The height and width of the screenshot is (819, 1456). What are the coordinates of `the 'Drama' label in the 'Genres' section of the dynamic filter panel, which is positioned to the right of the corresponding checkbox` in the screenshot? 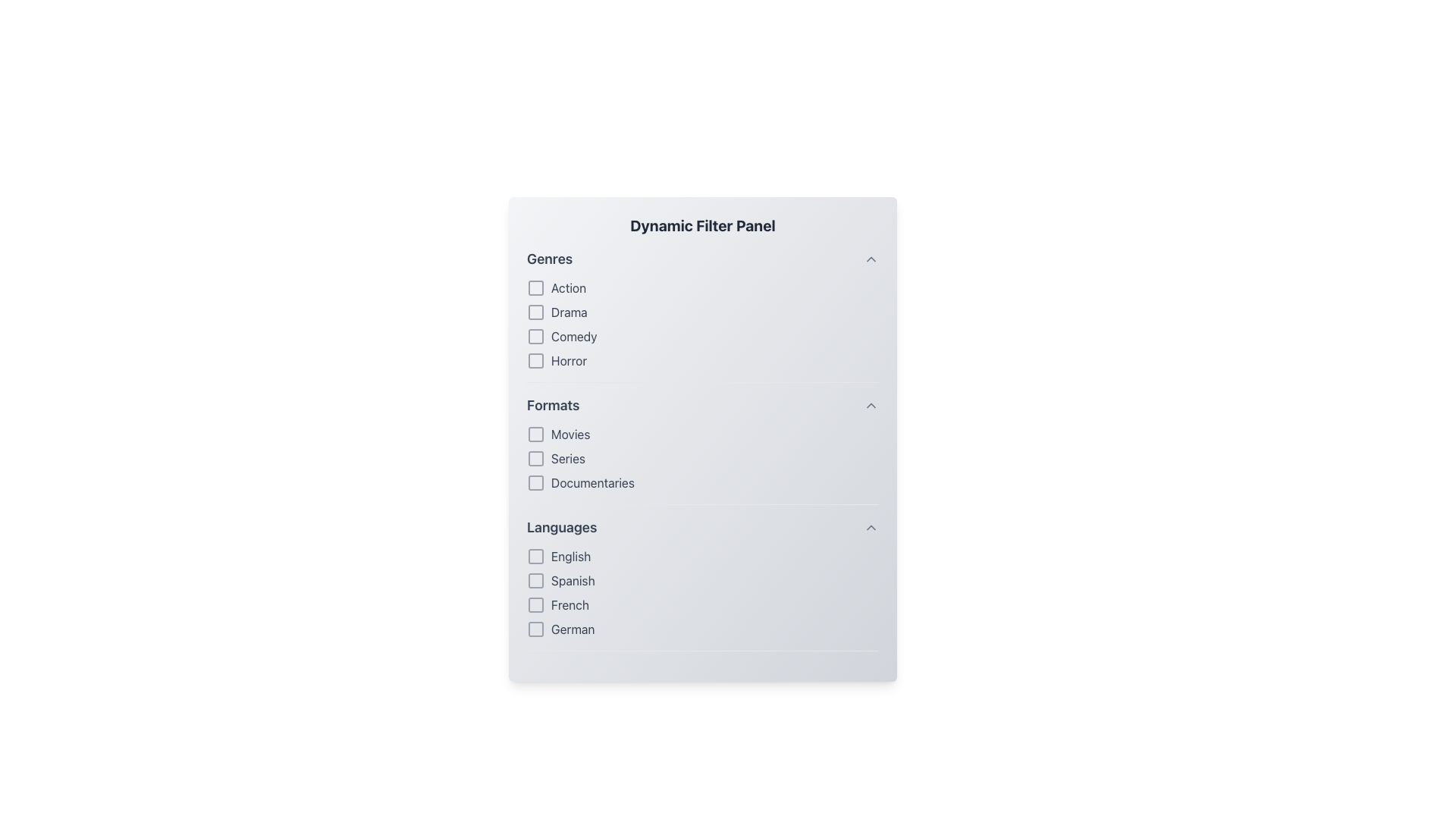 It's located at (568, 312).